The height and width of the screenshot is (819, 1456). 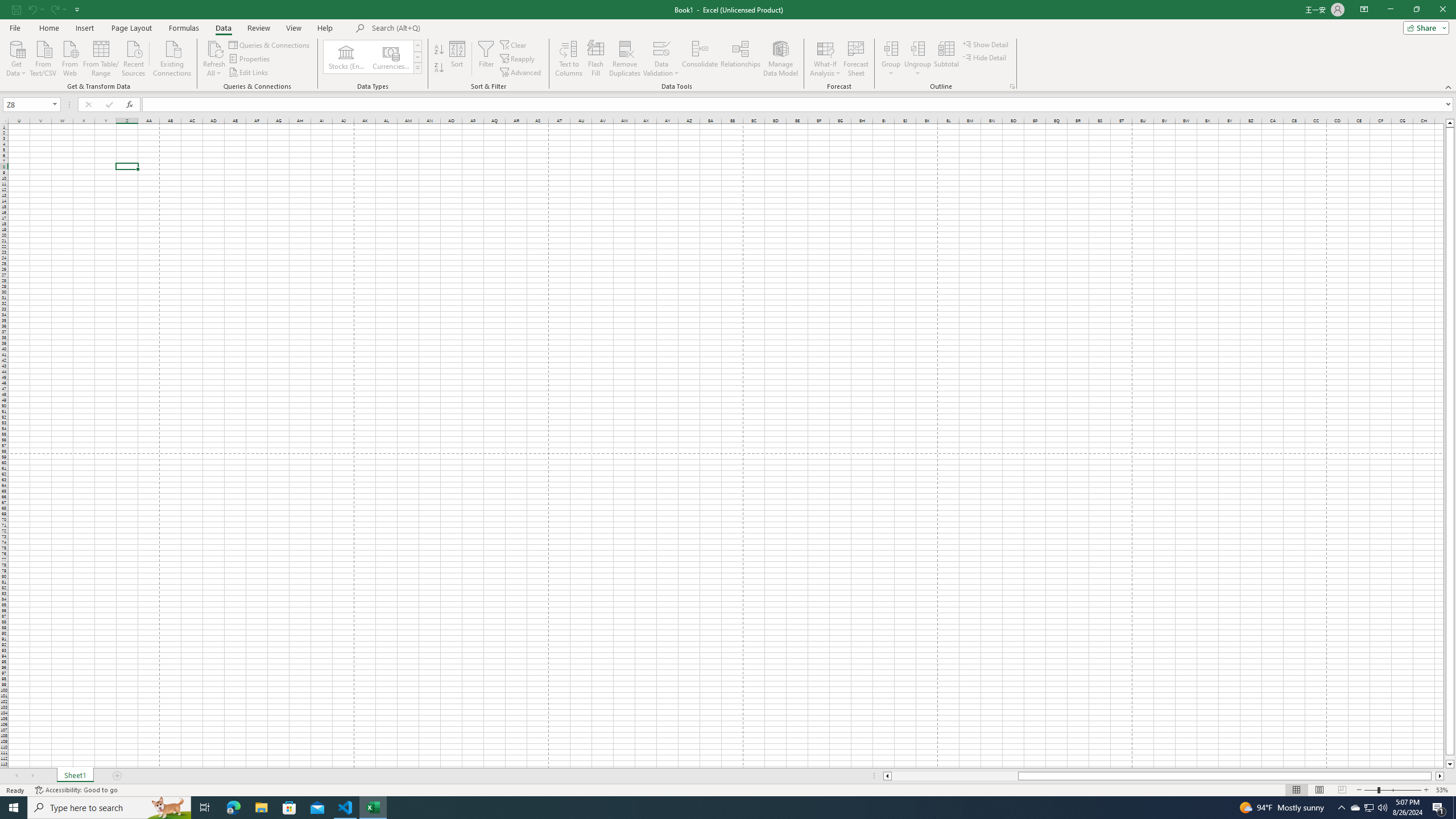 I want to click on 'Consolidate...', so click(x=700, y=59).